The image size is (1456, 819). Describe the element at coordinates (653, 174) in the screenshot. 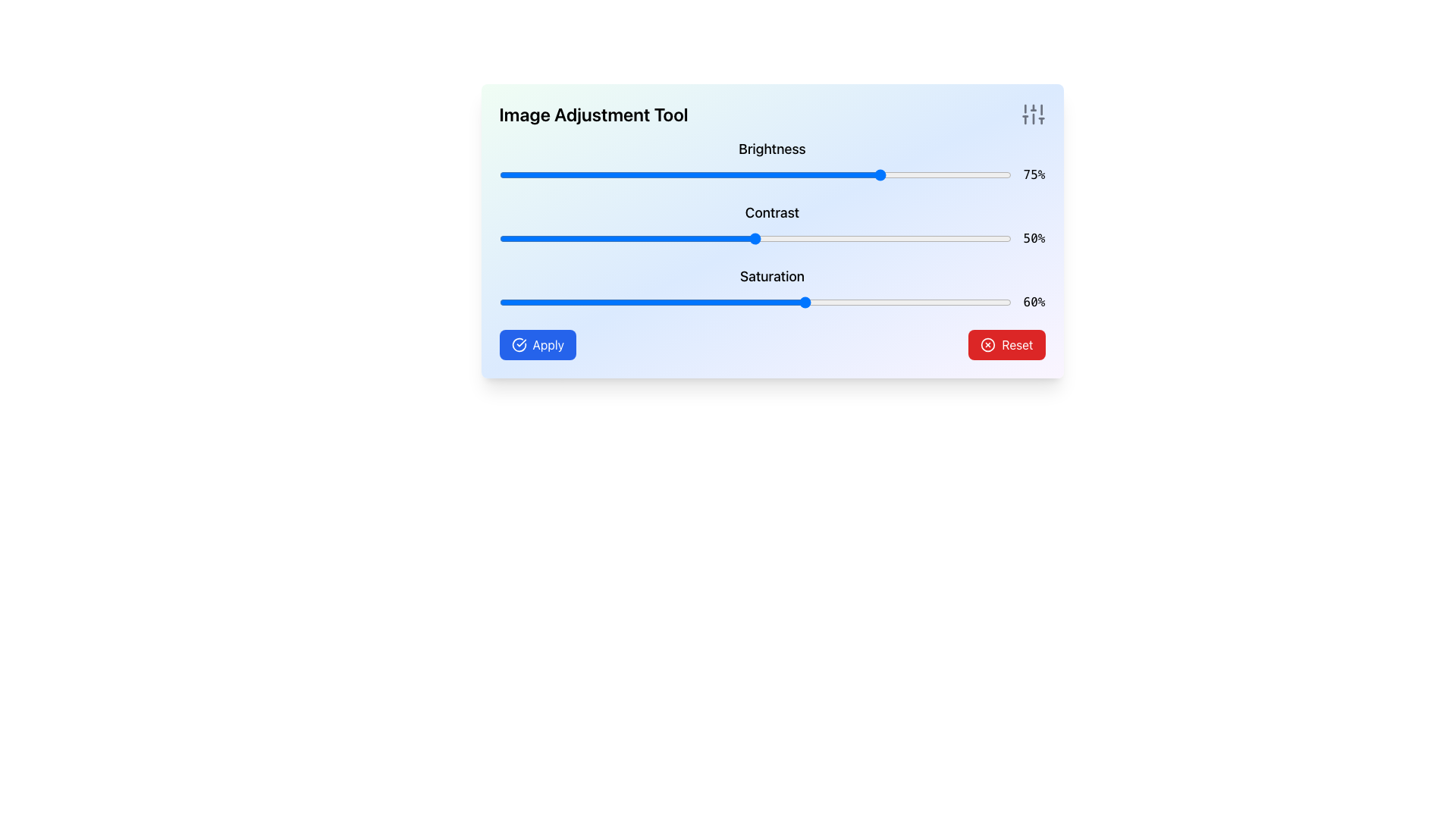

I see `brightness` at that location.